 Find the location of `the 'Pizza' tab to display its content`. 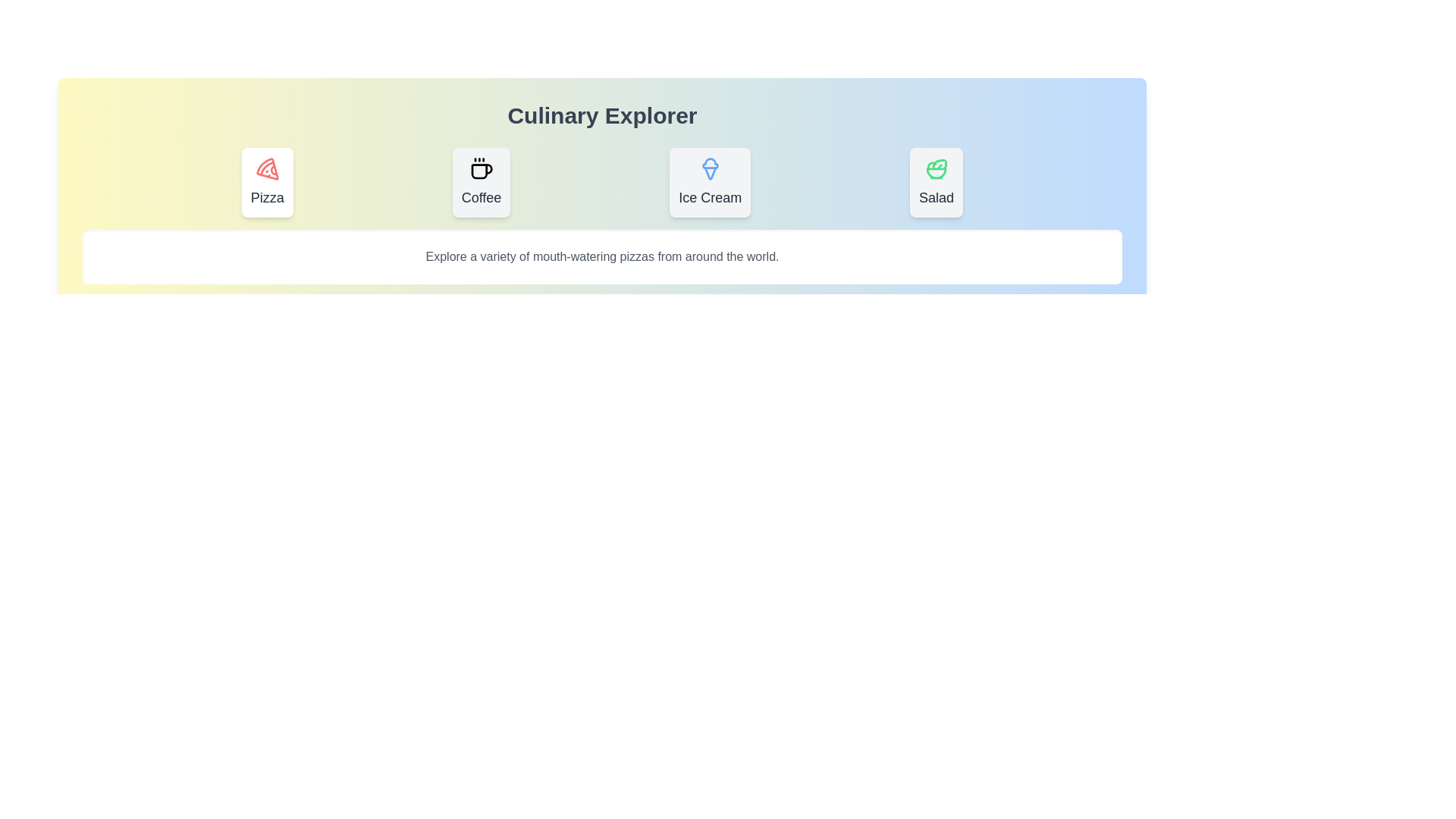

the 'Pizza' tab to display its content is located at coordinates (267, 181).